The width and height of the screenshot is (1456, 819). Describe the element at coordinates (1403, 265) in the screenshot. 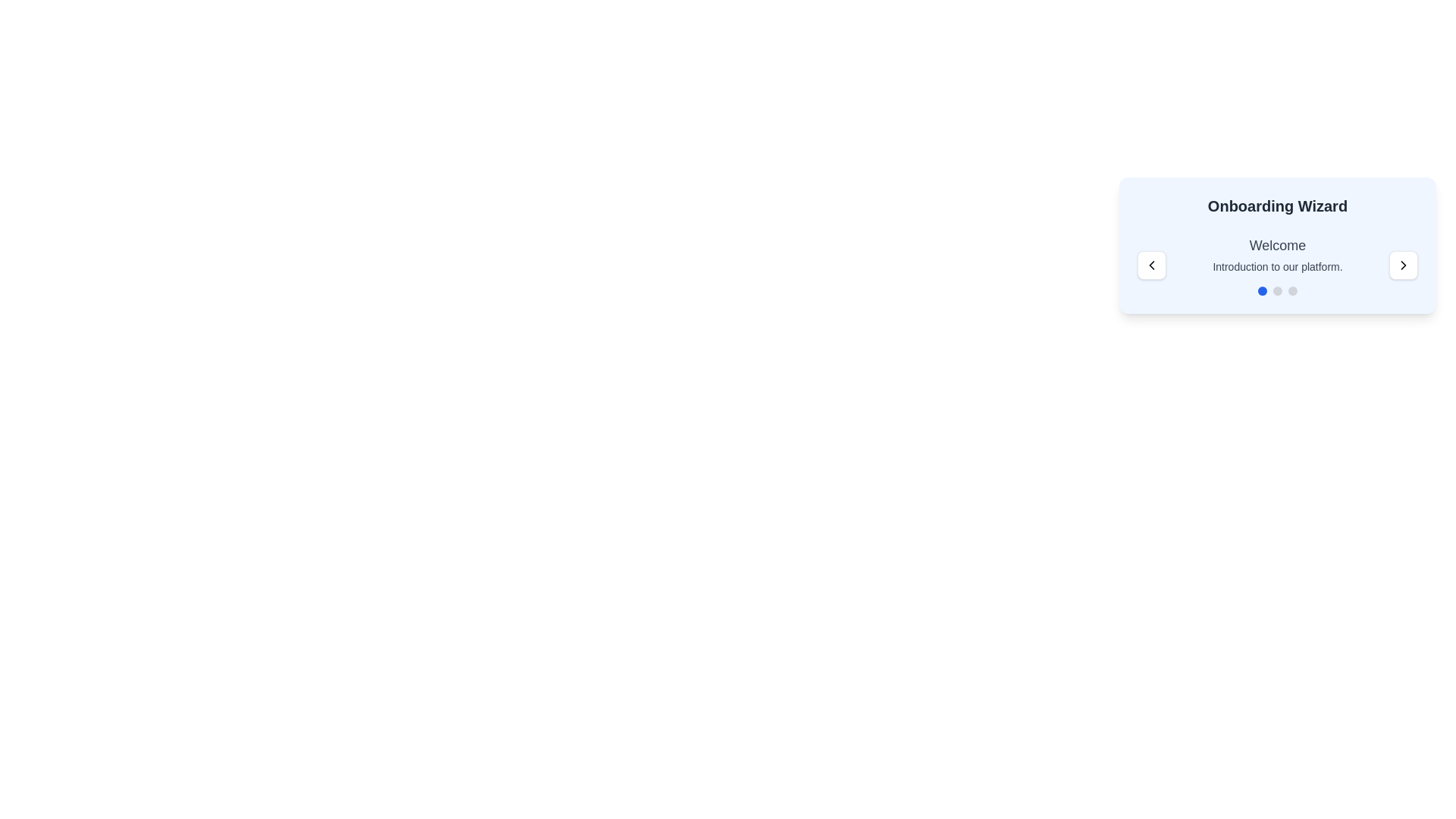

I see `the right-pointing chevron arrow located within the circular button of the navigation panel in the 'Onboarding Wizard' section to advance to the next page` at that location.